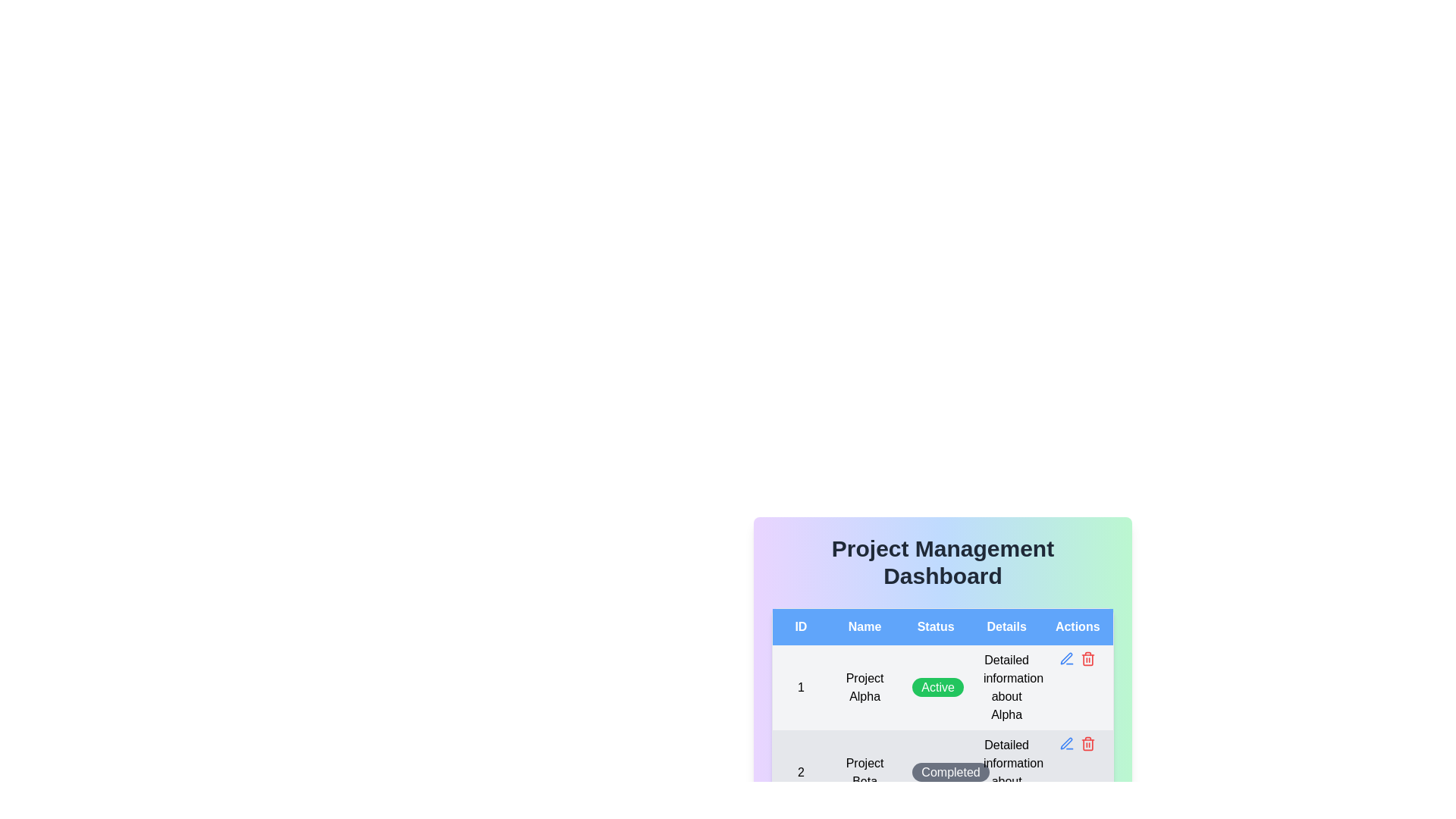 Image resolution: width=1456 pixels, height=819 pixels. I want to click on the blue pencil icon in the 'Actions' column of the first row corresponding to 'Project Alpha' to initiate editing, so click(1077, 657).